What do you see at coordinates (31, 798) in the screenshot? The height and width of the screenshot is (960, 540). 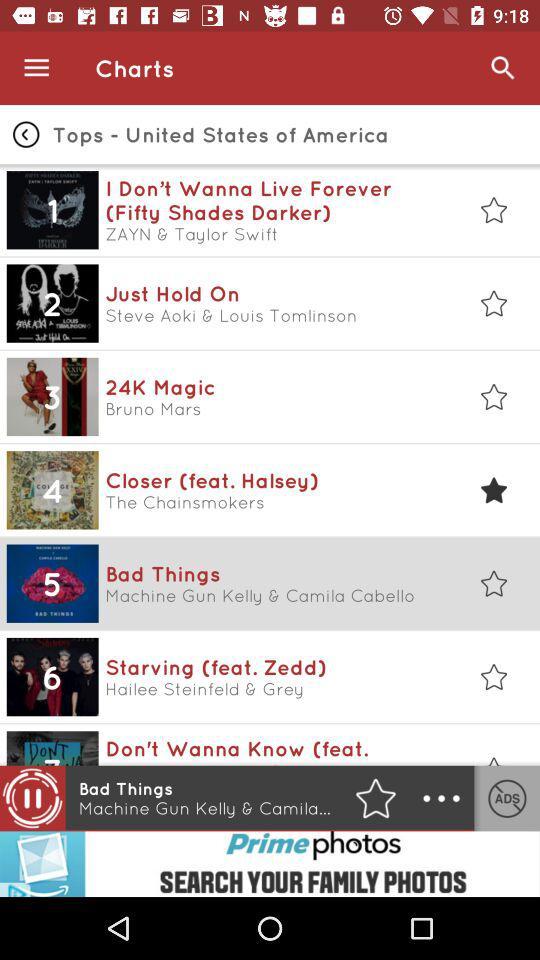 I see `the pause icon` at bounding box center [31, 798].